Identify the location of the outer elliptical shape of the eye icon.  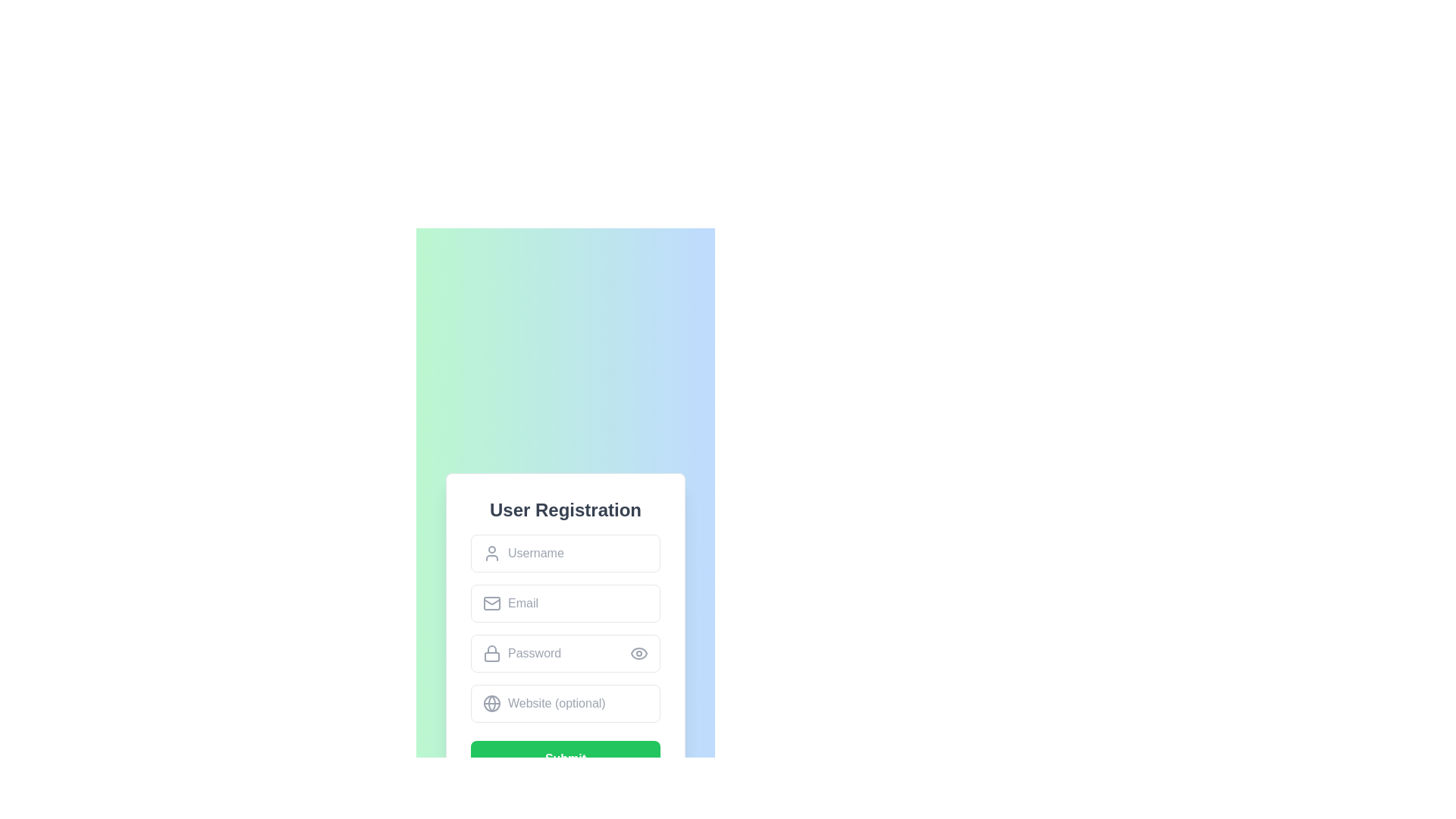
(639, 652).